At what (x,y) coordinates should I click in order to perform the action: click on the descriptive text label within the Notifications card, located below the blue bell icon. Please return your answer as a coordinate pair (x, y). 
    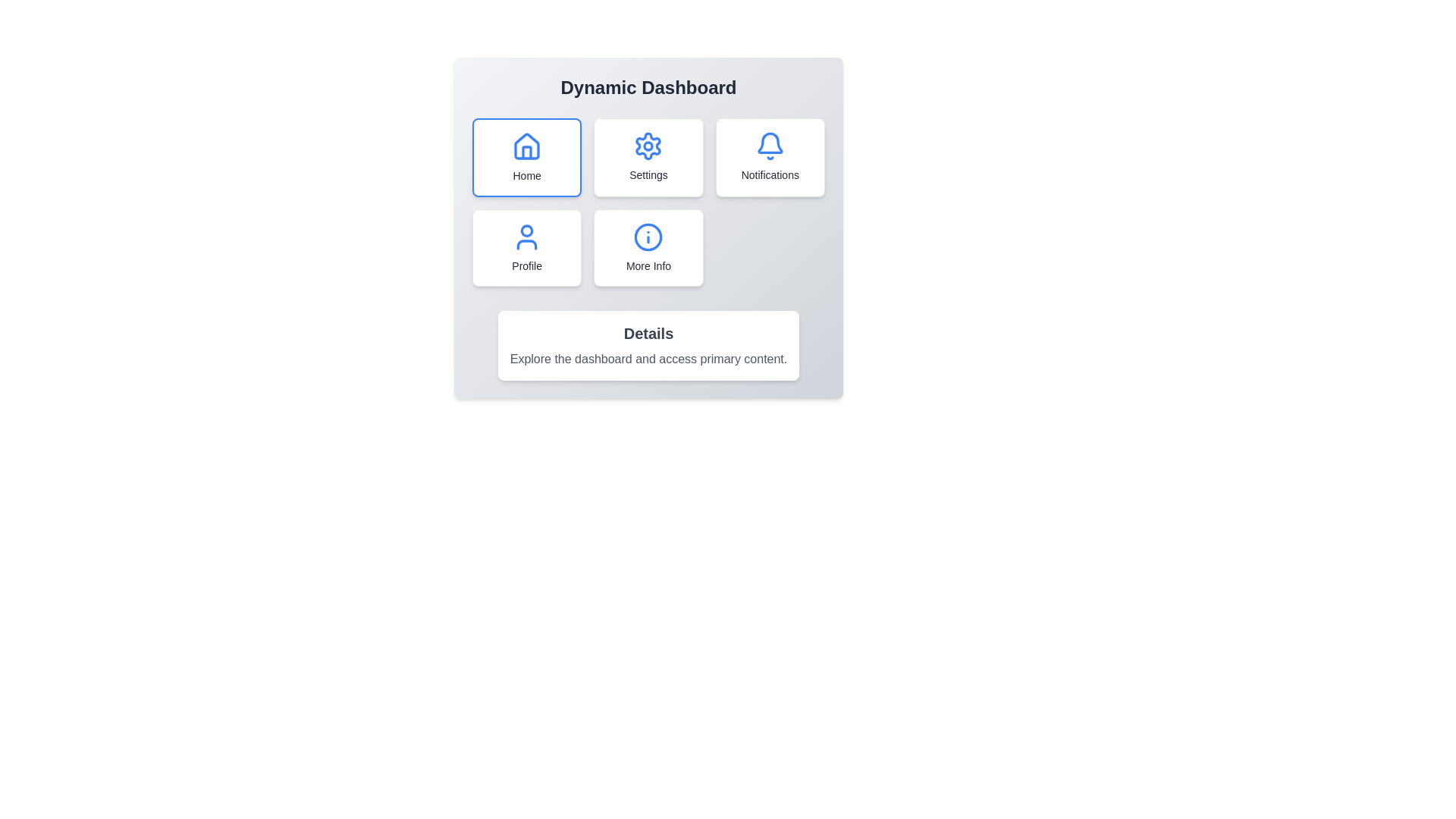
    Looking at the image, I should click on (770, 174).